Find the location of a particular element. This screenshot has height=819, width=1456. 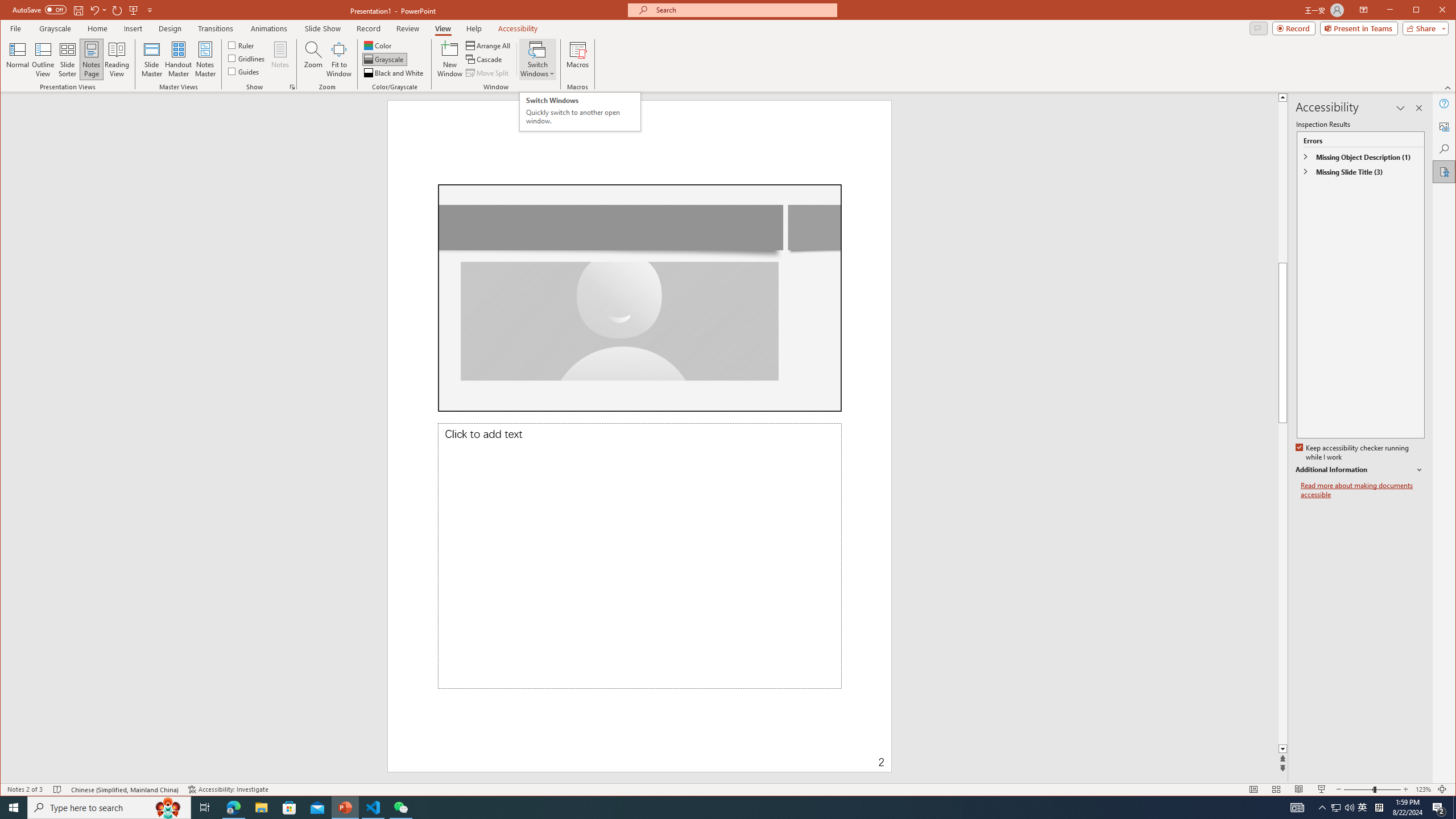

'Zoom...' is located at coordinates (313, 59).